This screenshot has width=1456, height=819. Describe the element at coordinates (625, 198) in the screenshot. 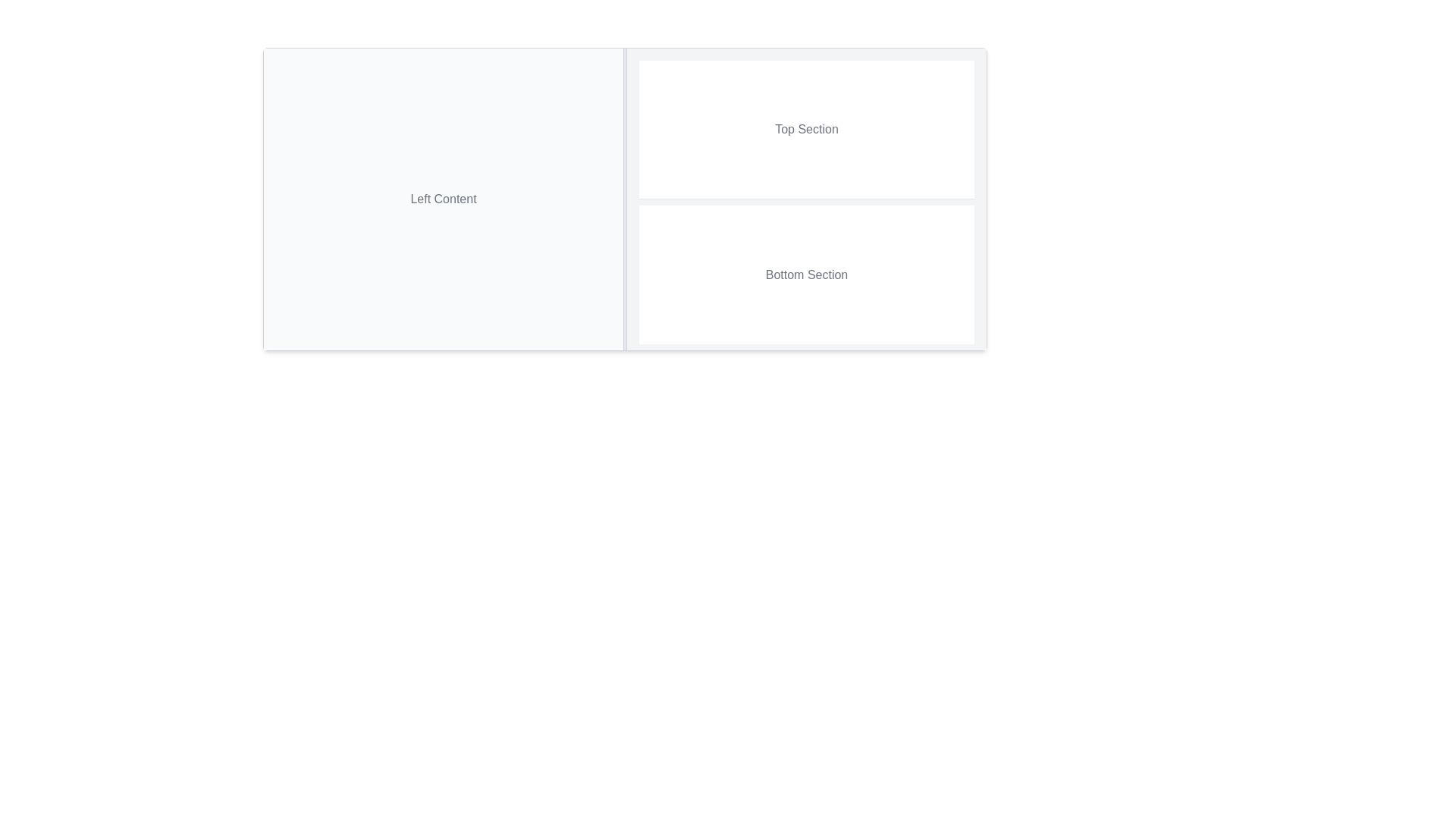

I see `and drag the resizable divider located between the 'Left Content' section and the 'Top Section'/'Bottom Section' to adjust the width of the adjacent sections horizontally` at that location.